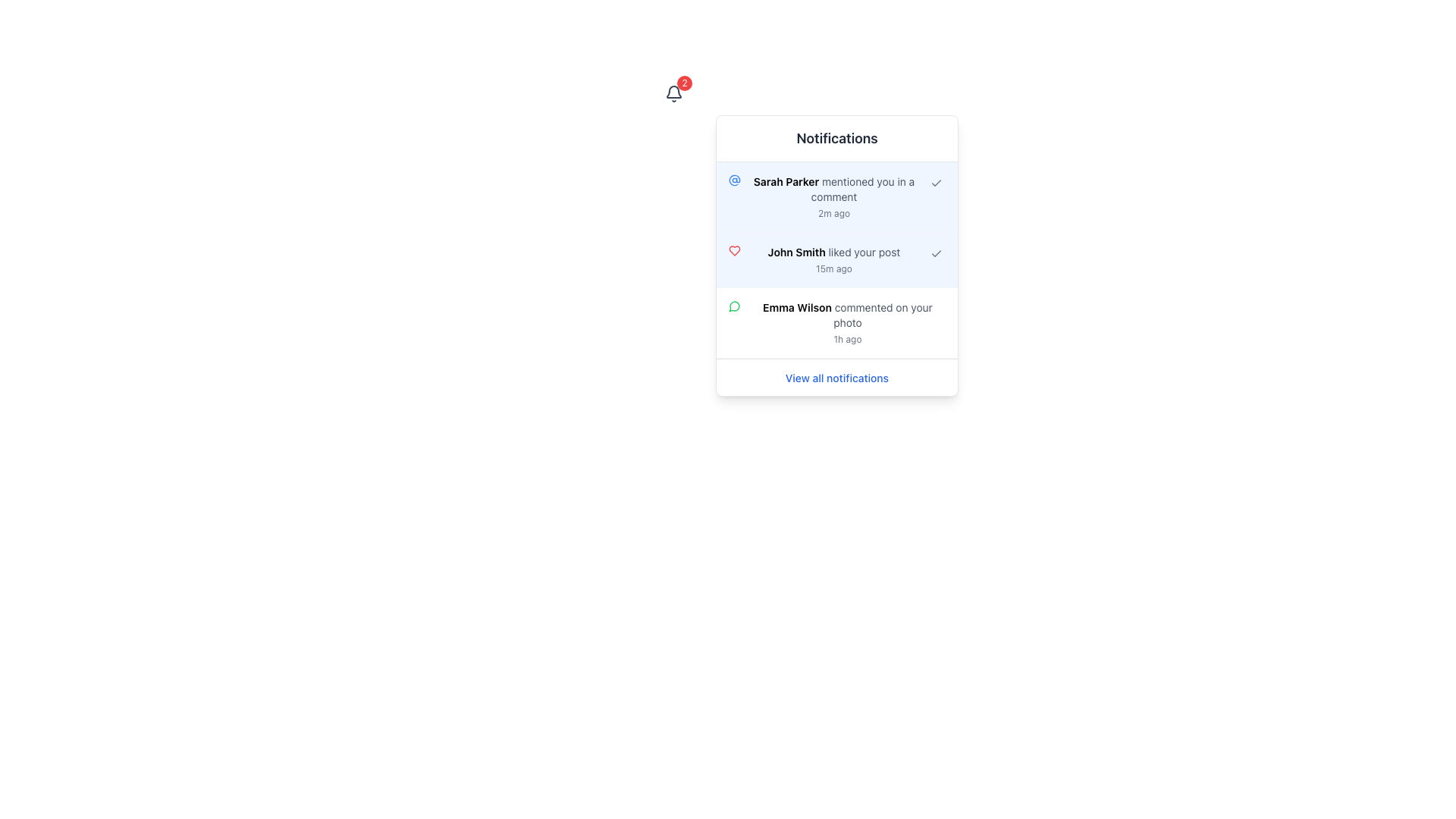  I want to click on the bell icon located centrally in the header section, positioned before the notification badge showing the number '2', so click(673, 93).